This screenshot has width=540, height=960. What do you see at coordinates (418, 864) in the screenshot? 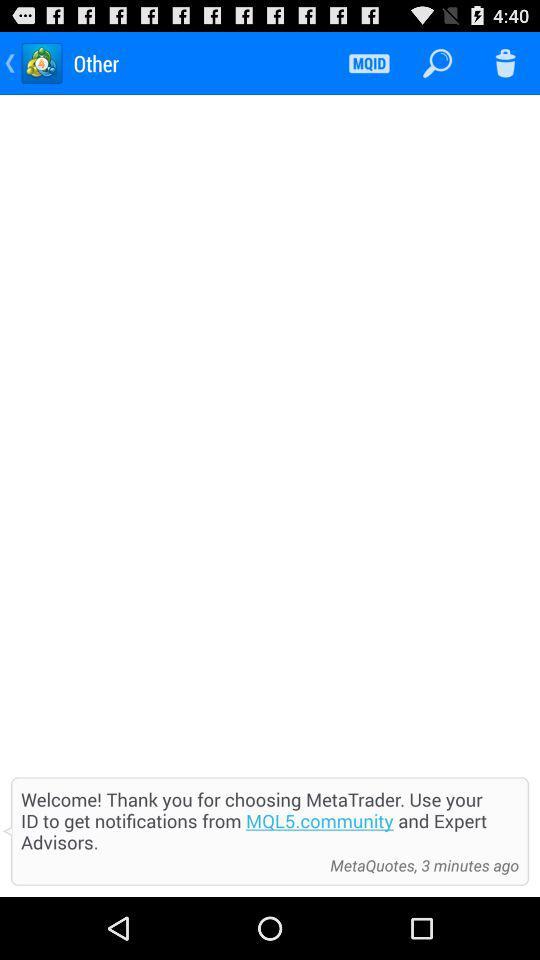
I see `the metaquotes 3 minutes` at bounding box center [418, 864].